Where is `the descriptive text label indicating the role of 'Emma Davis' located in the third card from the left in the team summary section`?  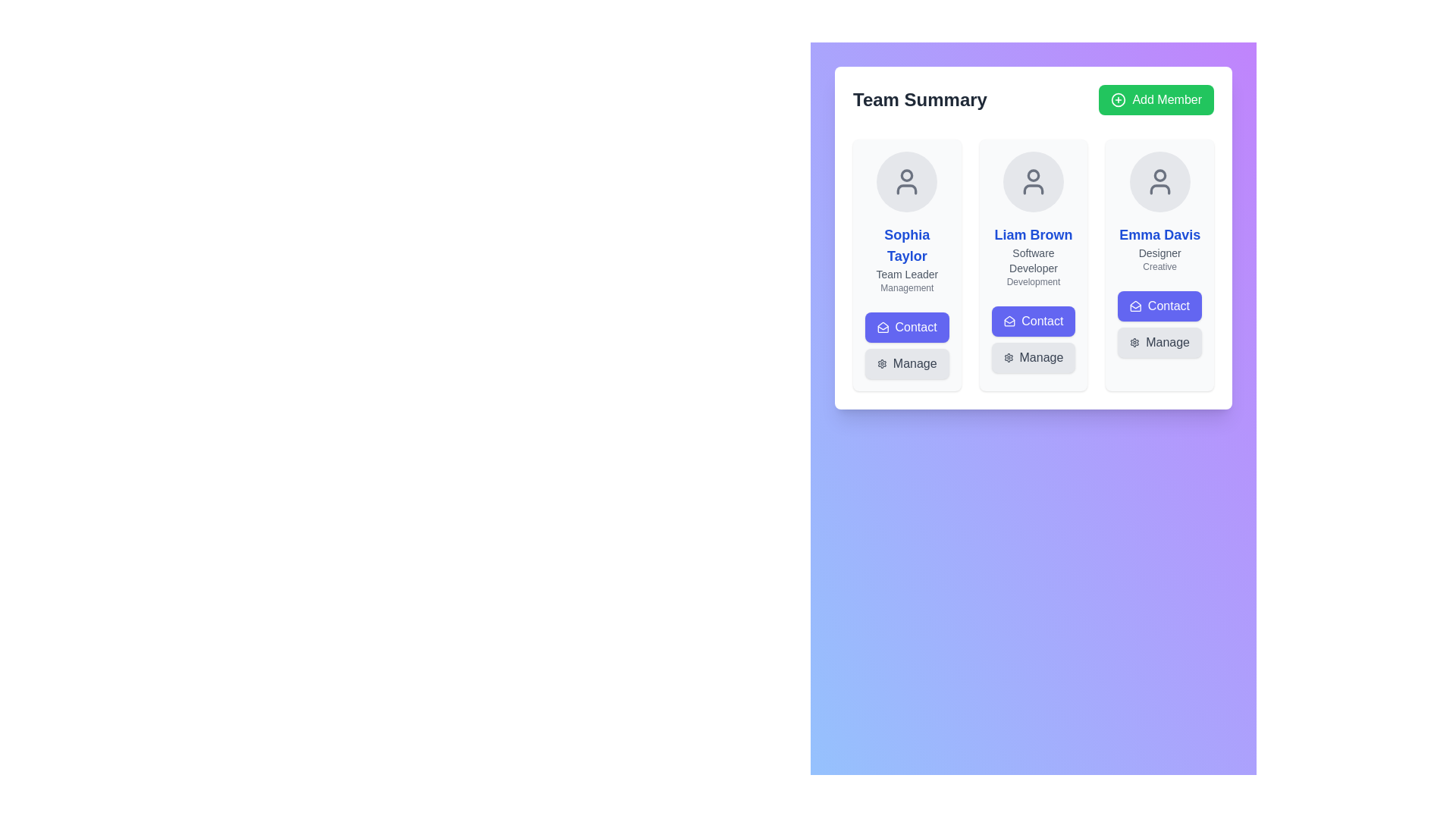 the descriptive text label indicating the role of 'Emma Davis' located in the third card from the left in the team summary section is located at coordinates (1159, 253).